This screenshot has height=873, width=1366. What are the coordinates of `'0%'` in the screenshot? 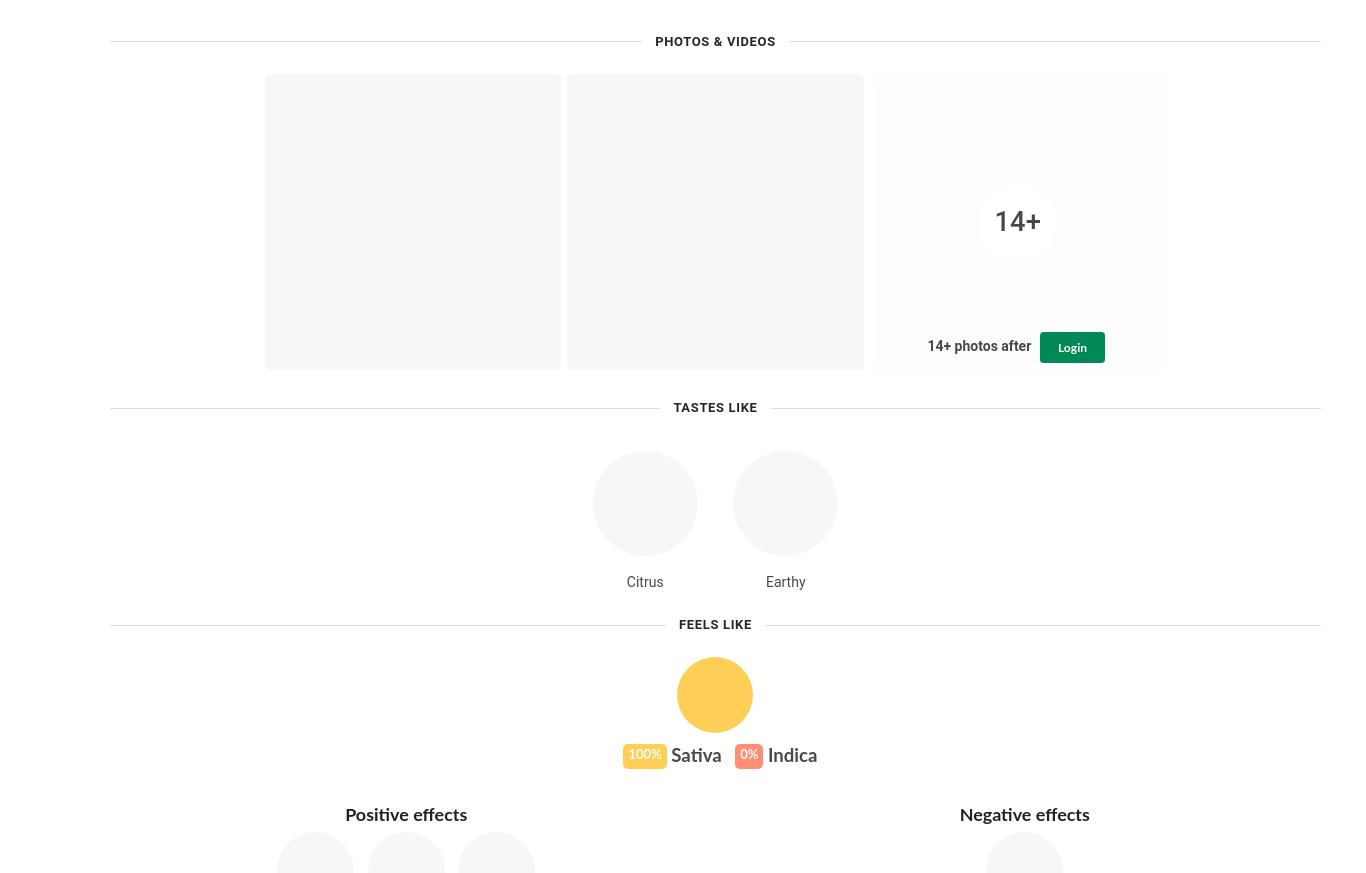 It's located at (748, 754).